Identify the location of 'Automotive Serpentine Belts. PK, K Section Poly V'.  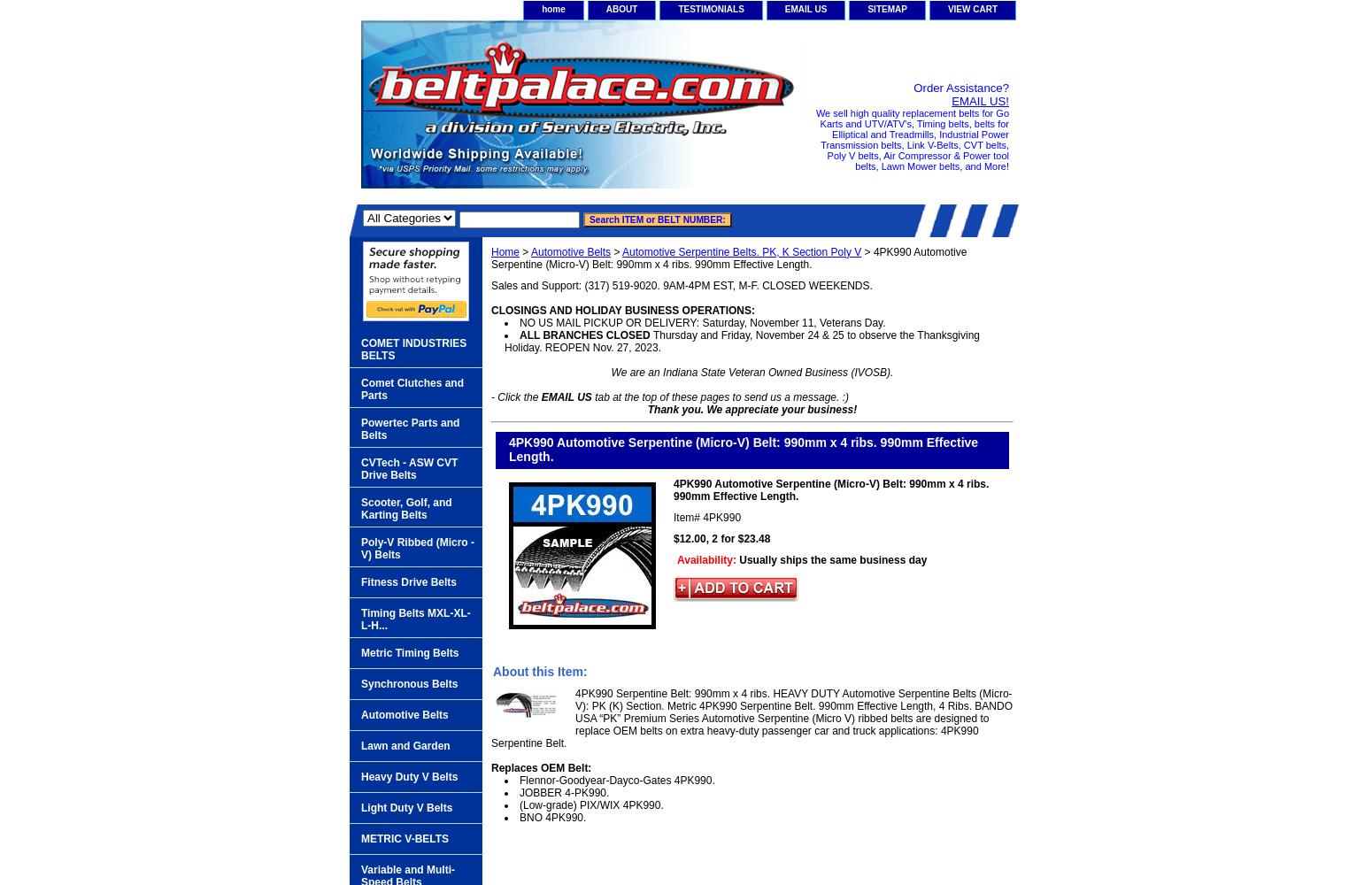
(740, 251).